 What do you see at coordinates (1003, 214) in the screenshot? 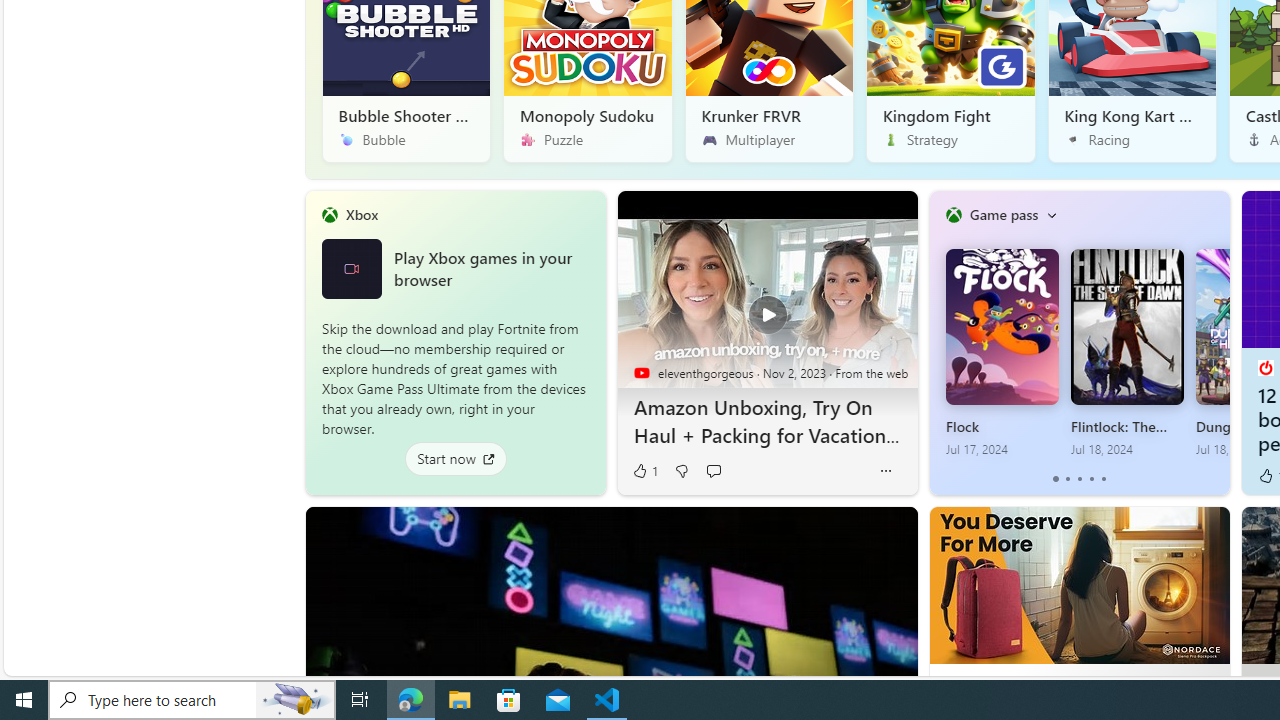
I see `'Game pass'` at bounding box center [1003, 214].